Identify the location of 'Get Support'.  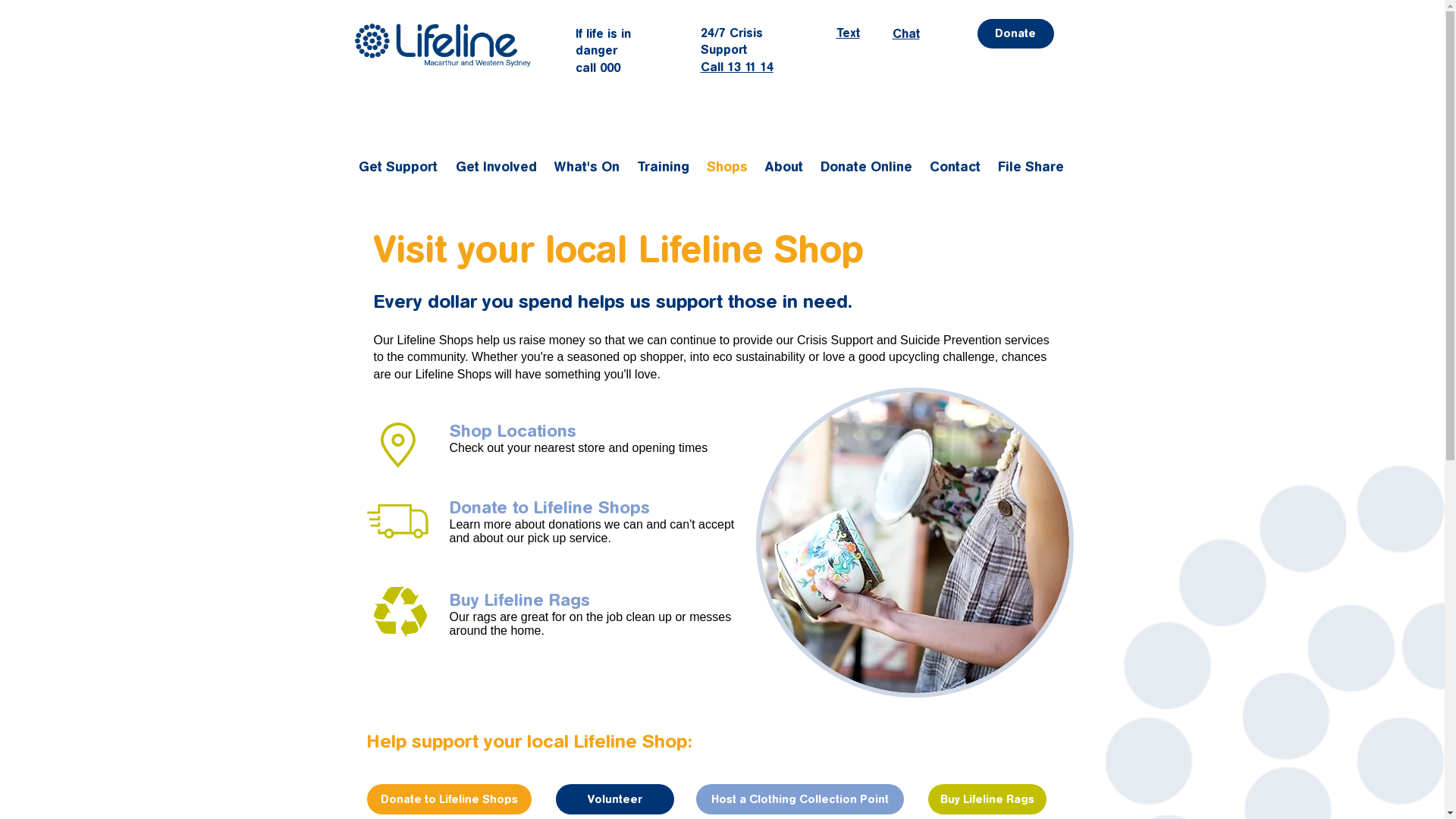
(349, 166).